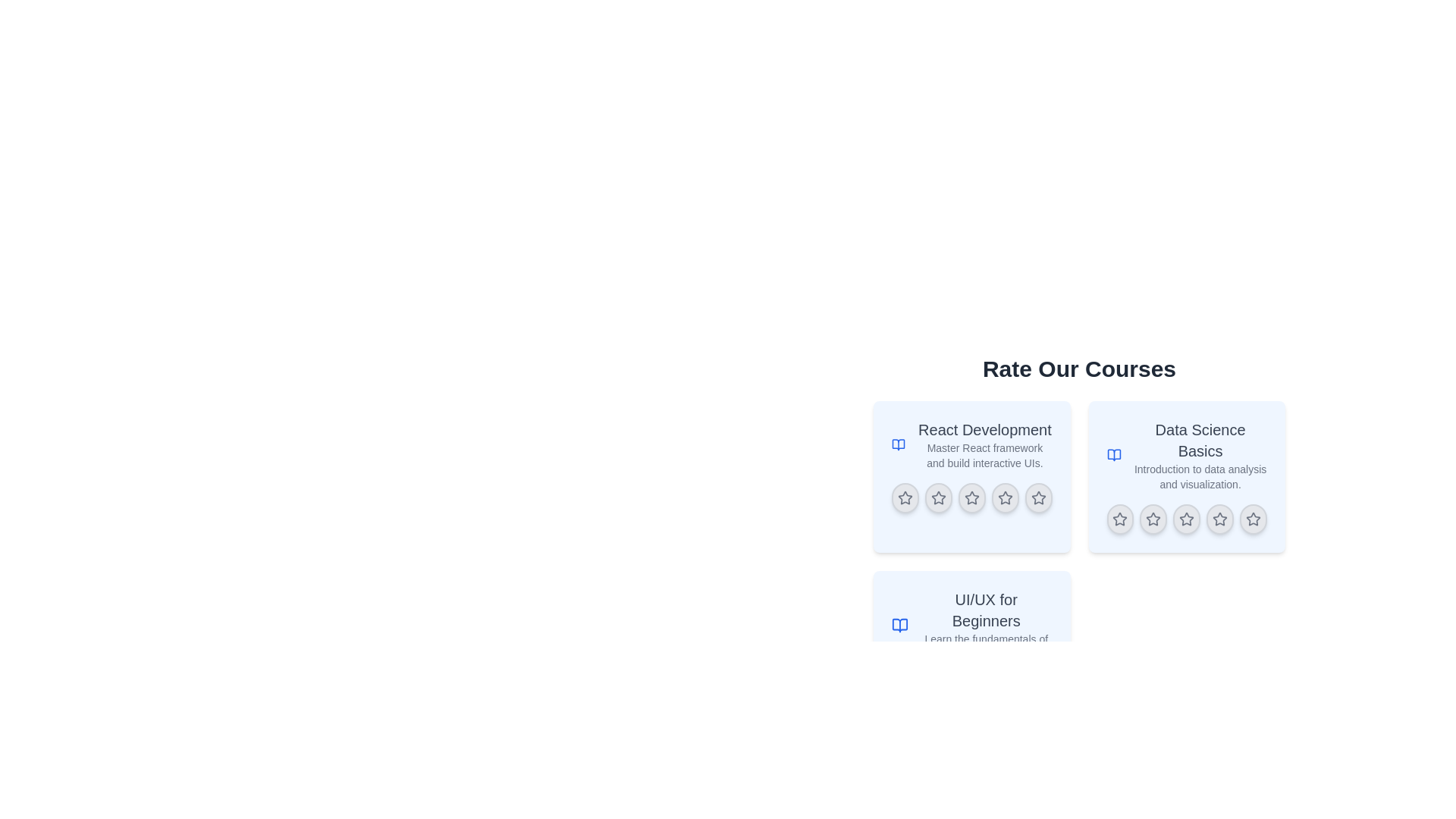 This screenshot has width=1456, height=819. I want to click on the fifth button in the horizontal row of five identical buttons, so click(1254, 519).